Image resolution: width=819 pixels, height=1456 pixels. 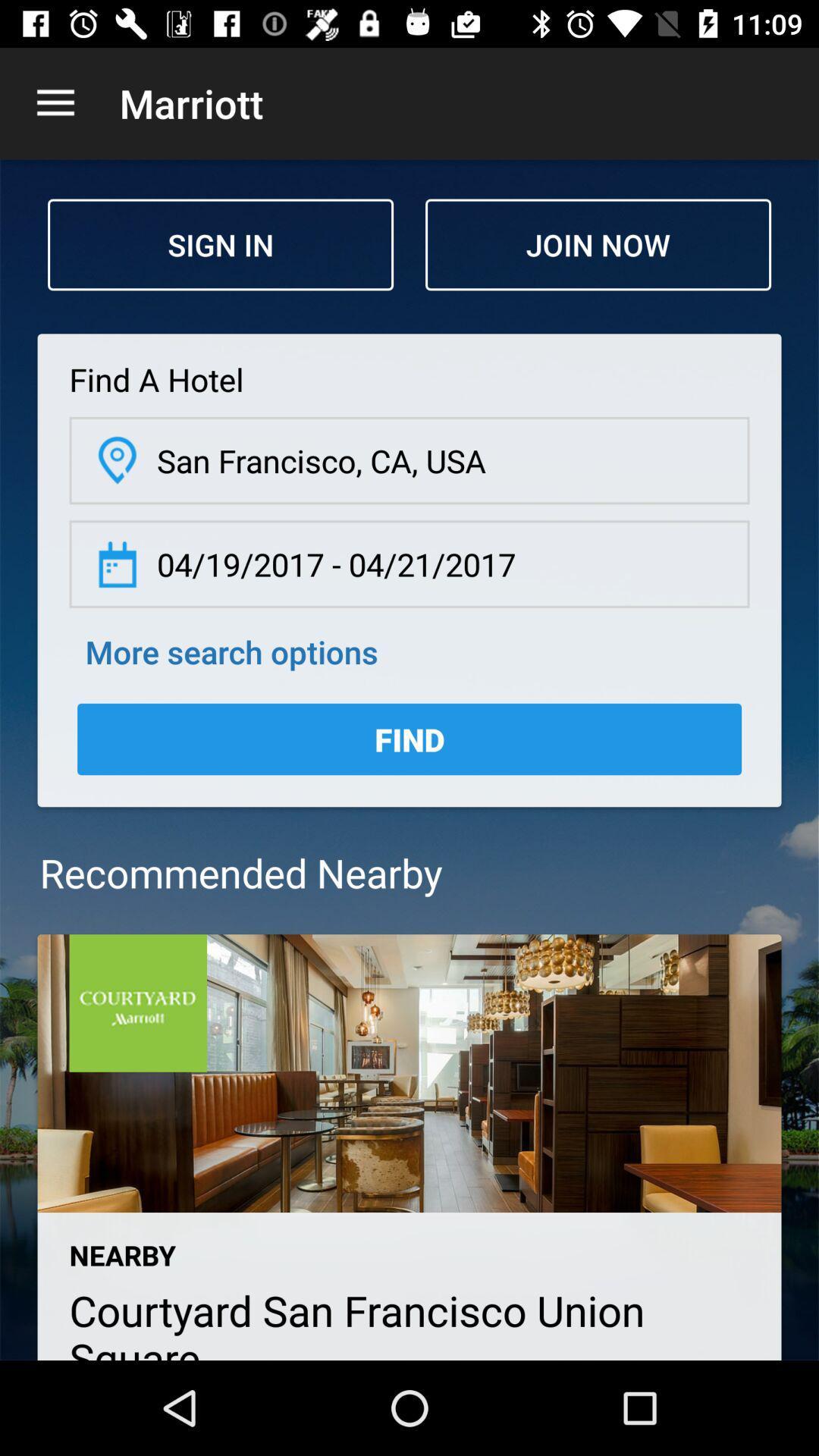 What do you see at coordinates (598, 244) in the screenshot?
I see `the icon above the find a hotel` at bounding box center [598, 244].